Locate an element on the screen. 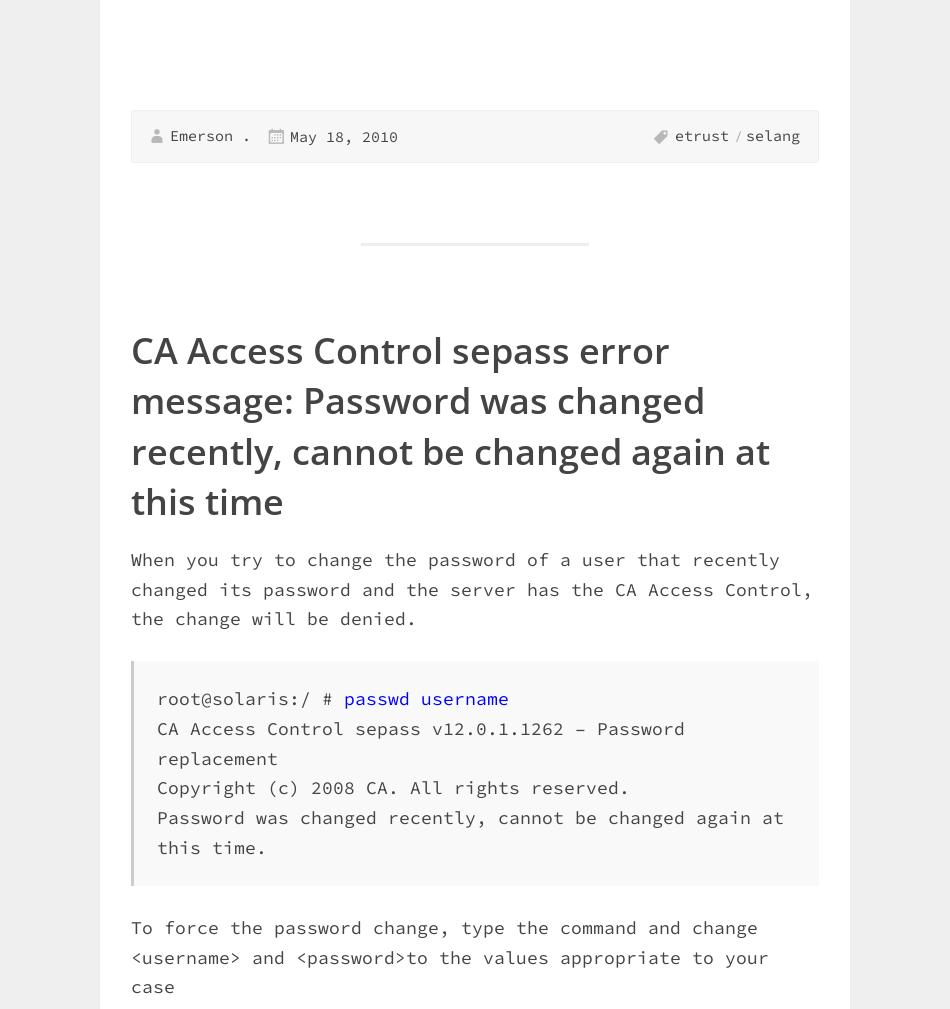 This screenshot has width=950, height=1009. 'passwd username' is located at coordinates (425, 698).